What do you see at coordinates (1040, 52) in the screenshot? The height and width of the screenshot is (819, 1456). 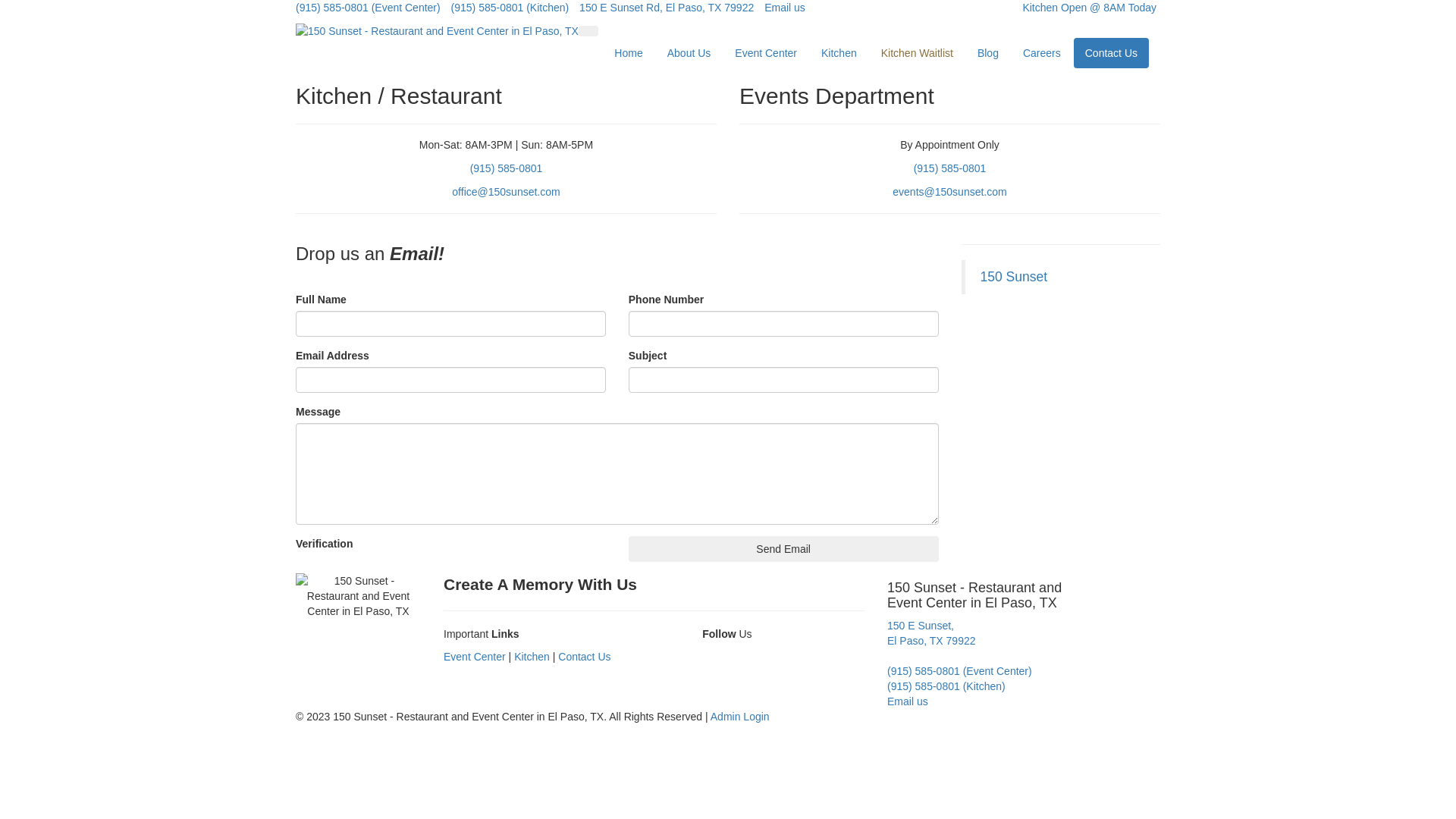 I see `'Careers'` at bounding box center [1040, 52].